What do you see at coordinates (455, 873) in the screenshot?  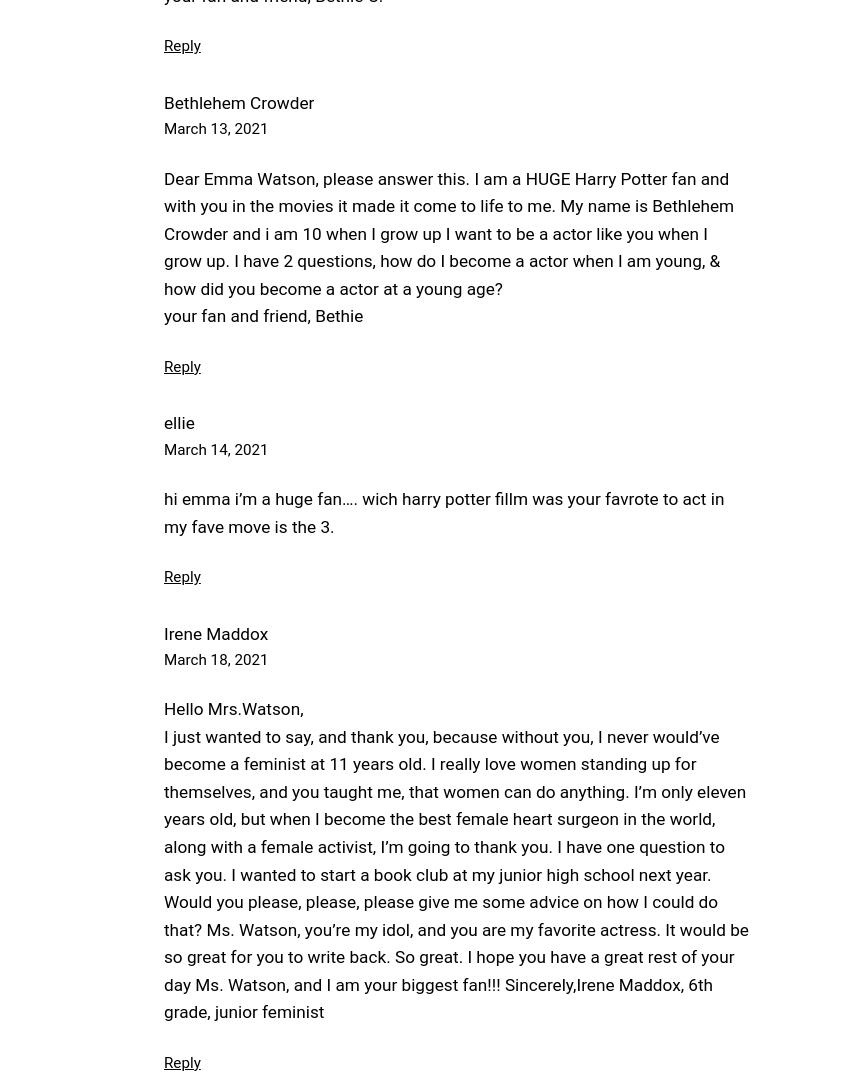 I see `'I just wanted to say, and thank you, because without you, I never would’ve become a feminist at 11 years old. I really love women standing up for themselves, and you taught me, that women can do anything. I’m only eleven years old, but when I become the best female heart surgeon in the world, along with a female activist, I’m going to thank you. I have one question to ask you. I wanted to start a book club at my junior high school next year. Would you please, please, please give me some advice on how I could do that? Ms. Watson, you’re my idol, and you are my favorite actress. It would be so great for you to write back. So great. I hope you have a great rest of your day Ms. Watson, and I am your biggest fan!!! Sincerely,Irene Maddox, 6th grade, junior feminist'` at bounding box center [455, 873].